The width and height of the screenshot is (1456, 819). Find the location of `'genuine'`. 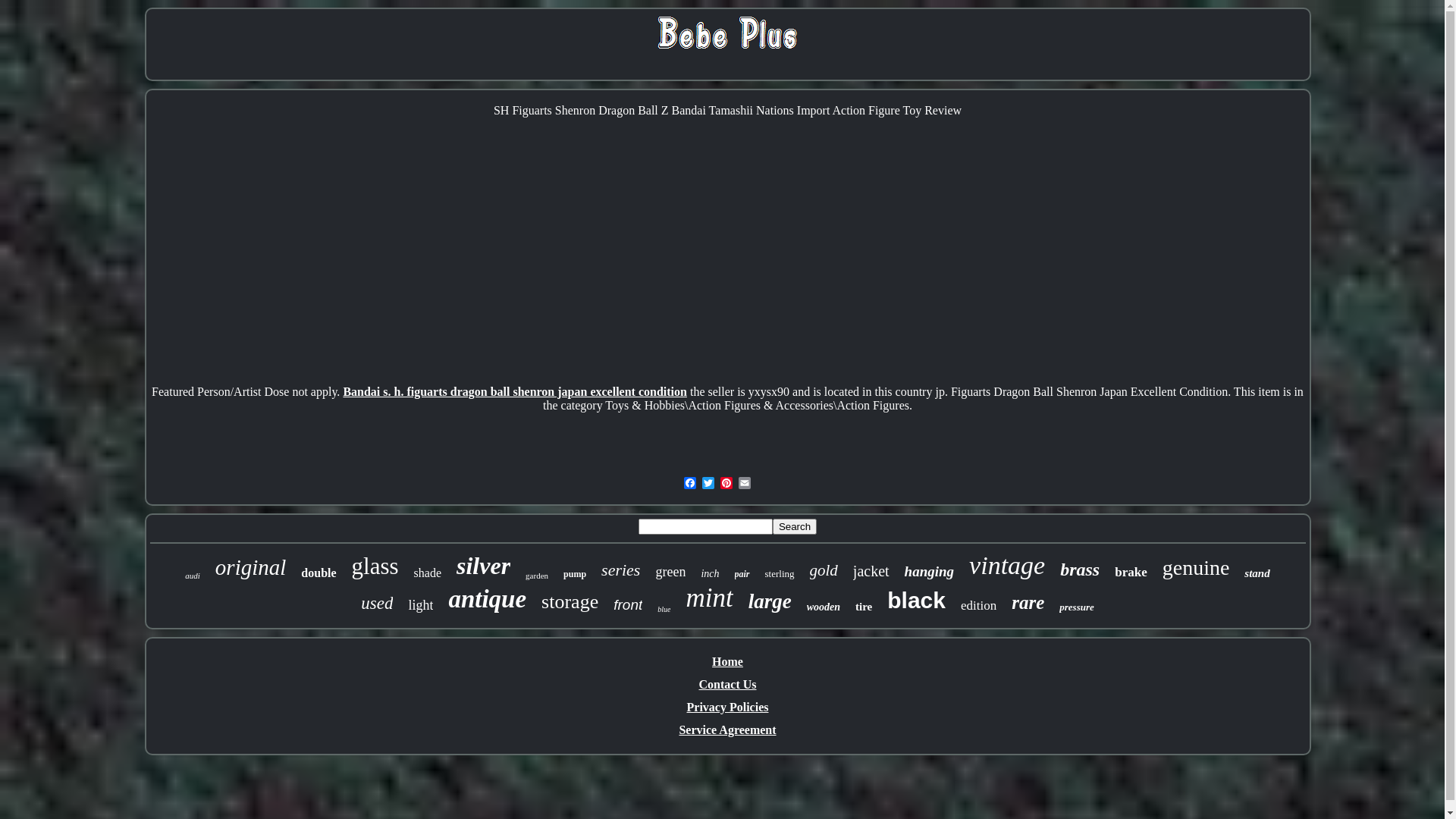

'genuine' is located at coordinates (1195, 567).